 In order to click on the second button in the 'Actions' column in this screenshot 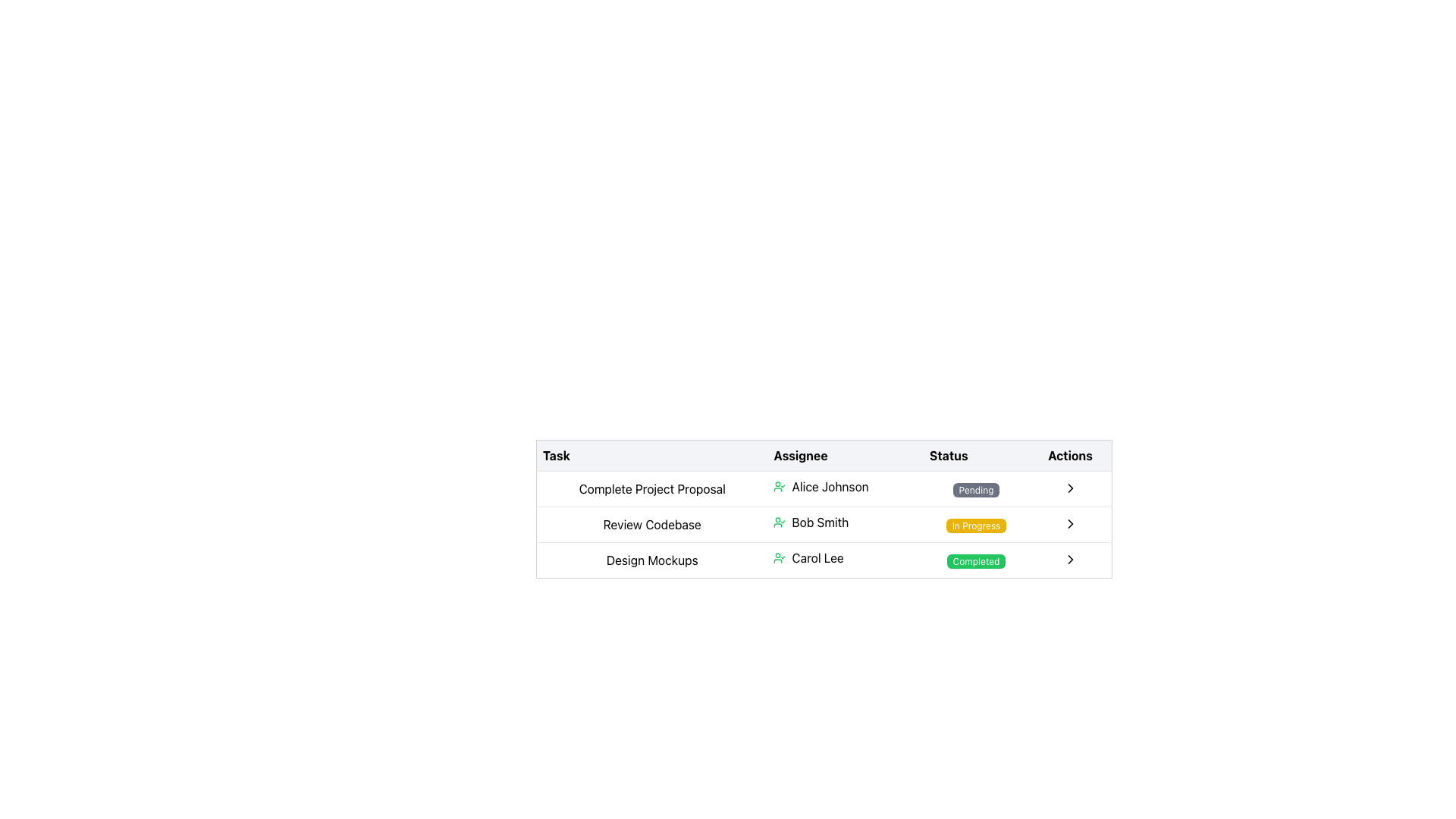, I will do `click(1069, 522)`.